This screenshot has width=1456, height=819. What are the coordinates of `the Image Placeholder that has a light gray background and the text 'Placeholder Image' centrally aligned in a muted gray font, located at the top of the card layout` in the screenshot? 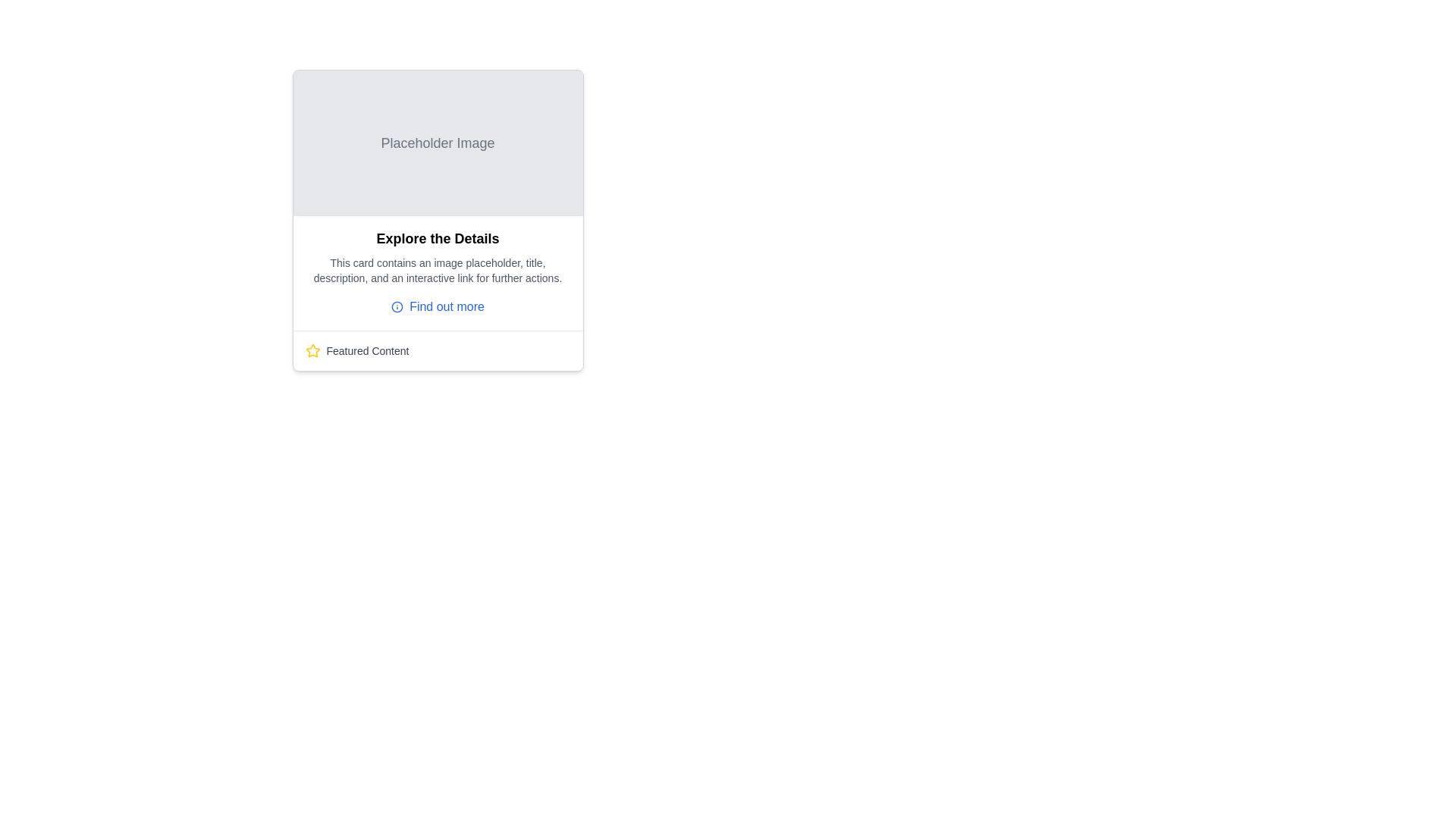 It's located at (437, 143).